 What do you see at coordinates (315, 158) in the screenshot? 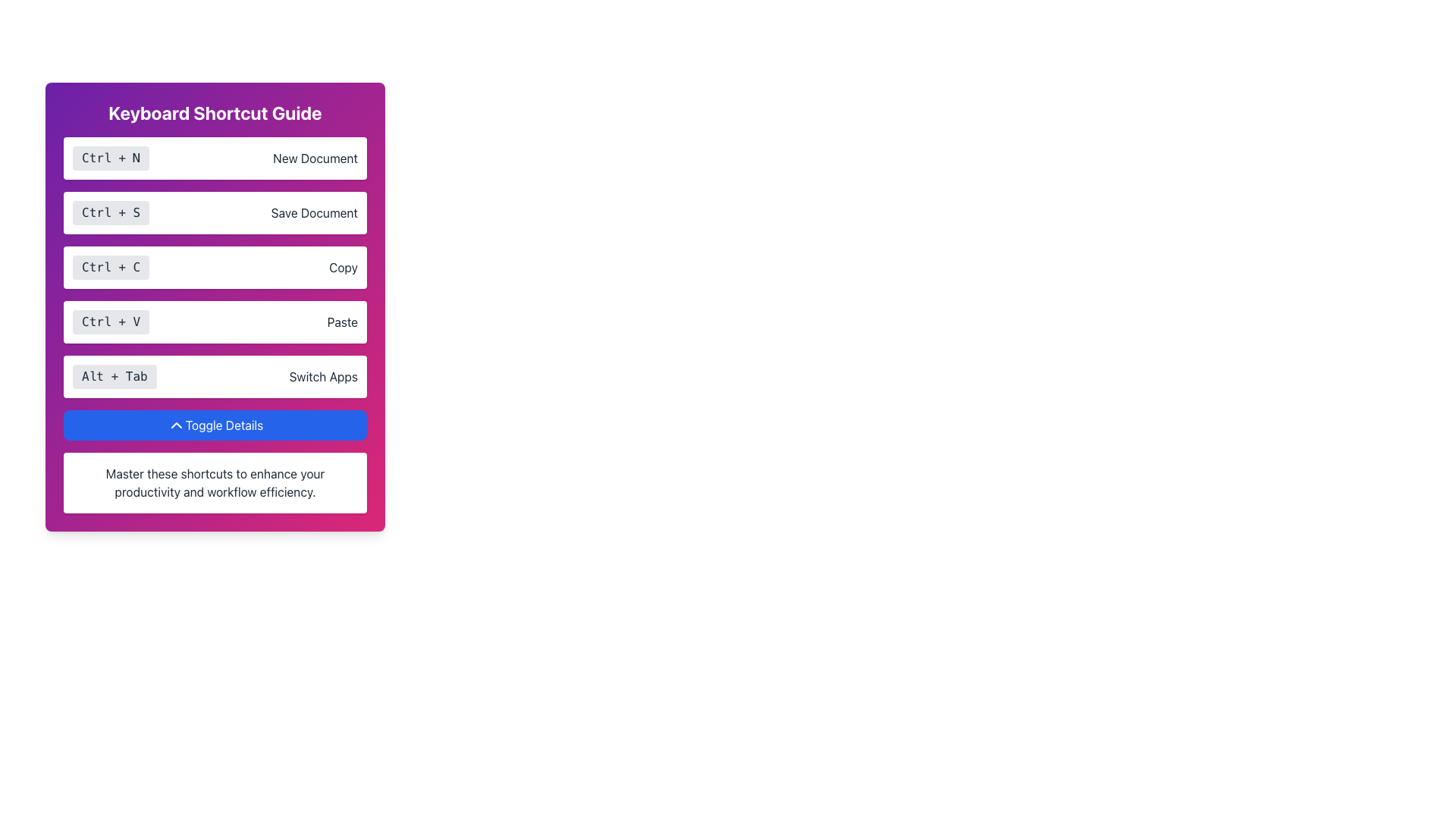
I see `the informative label indicating the purpose of the 'Ctrl + N' keyboard shortcut, which is located to the right of the 'Ctrl + N' label in the uppermost row of shortcut descriptions` at bounding box center [315, 158].